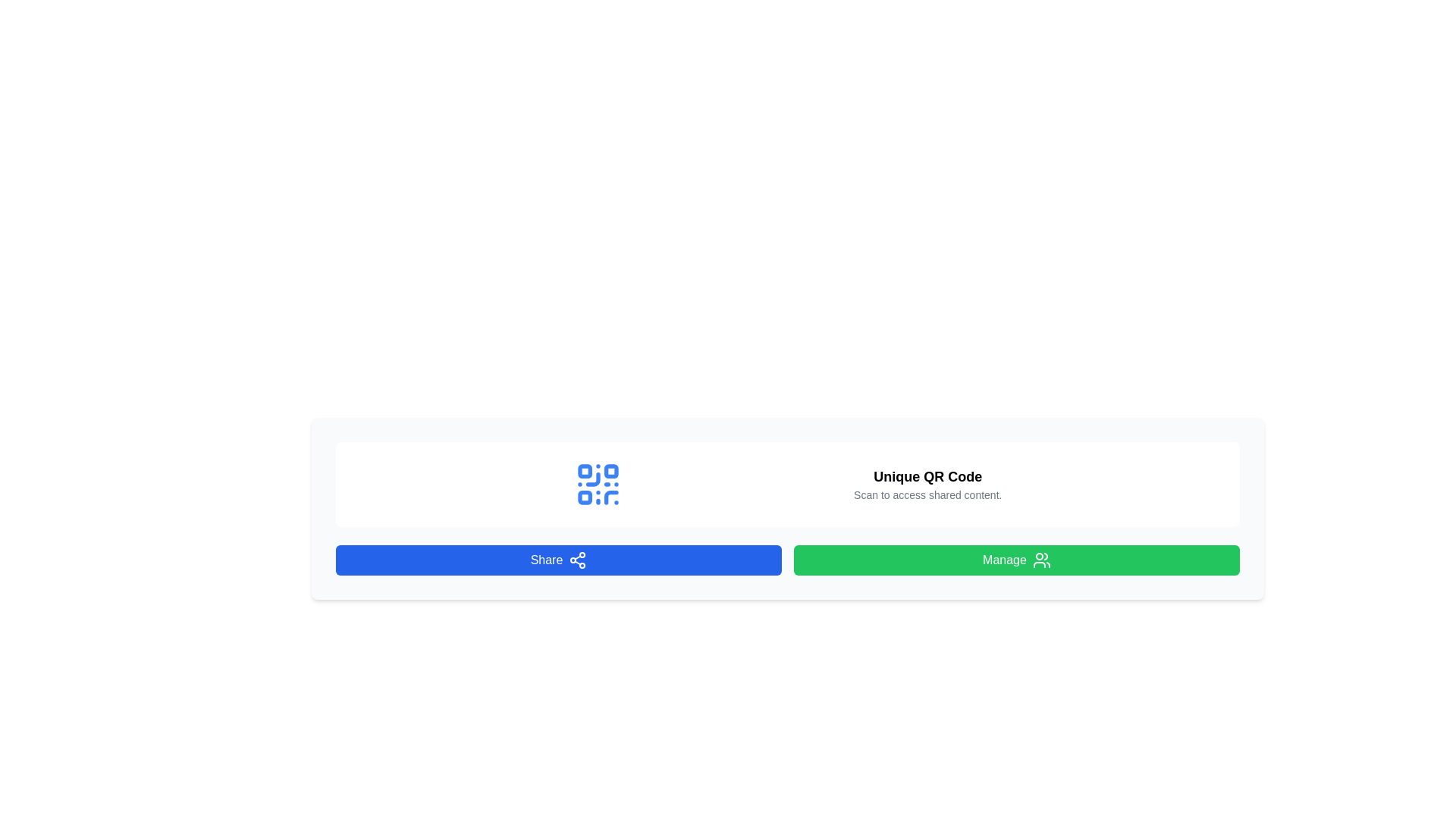  What do you see at coordinates (577, 560) in the screenshot?
I see `the SVG share icon located to the right of the 'Share' text within the share button in the bottom left section of the interface` at bounding box center [577, 560].